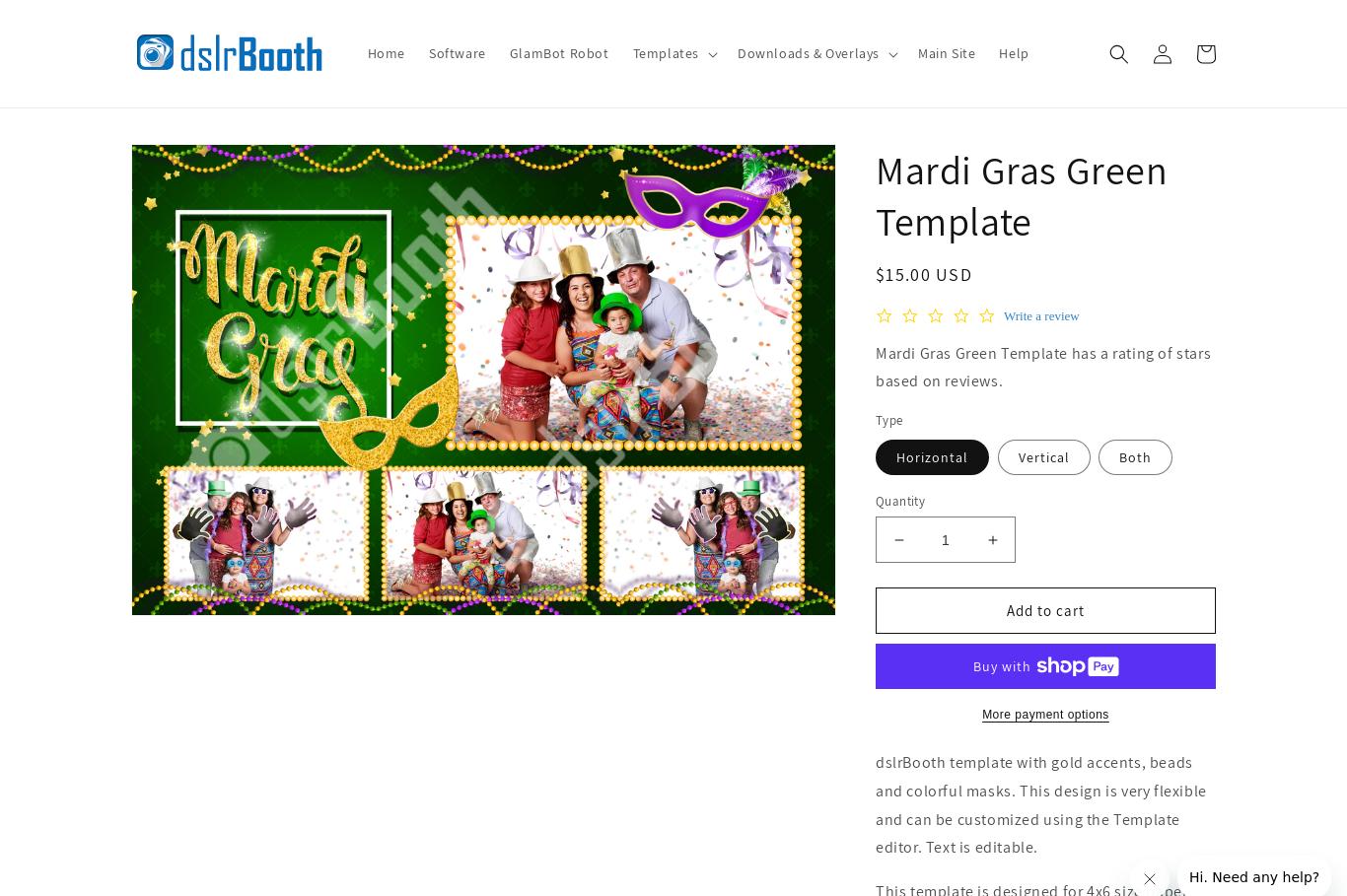 The height and width of the screenshot is (896, 1347). What do you see at coordinates (558, 52) in the screenshot?
I see `'GlamBot Robot'` at bounding box center [558, 52].